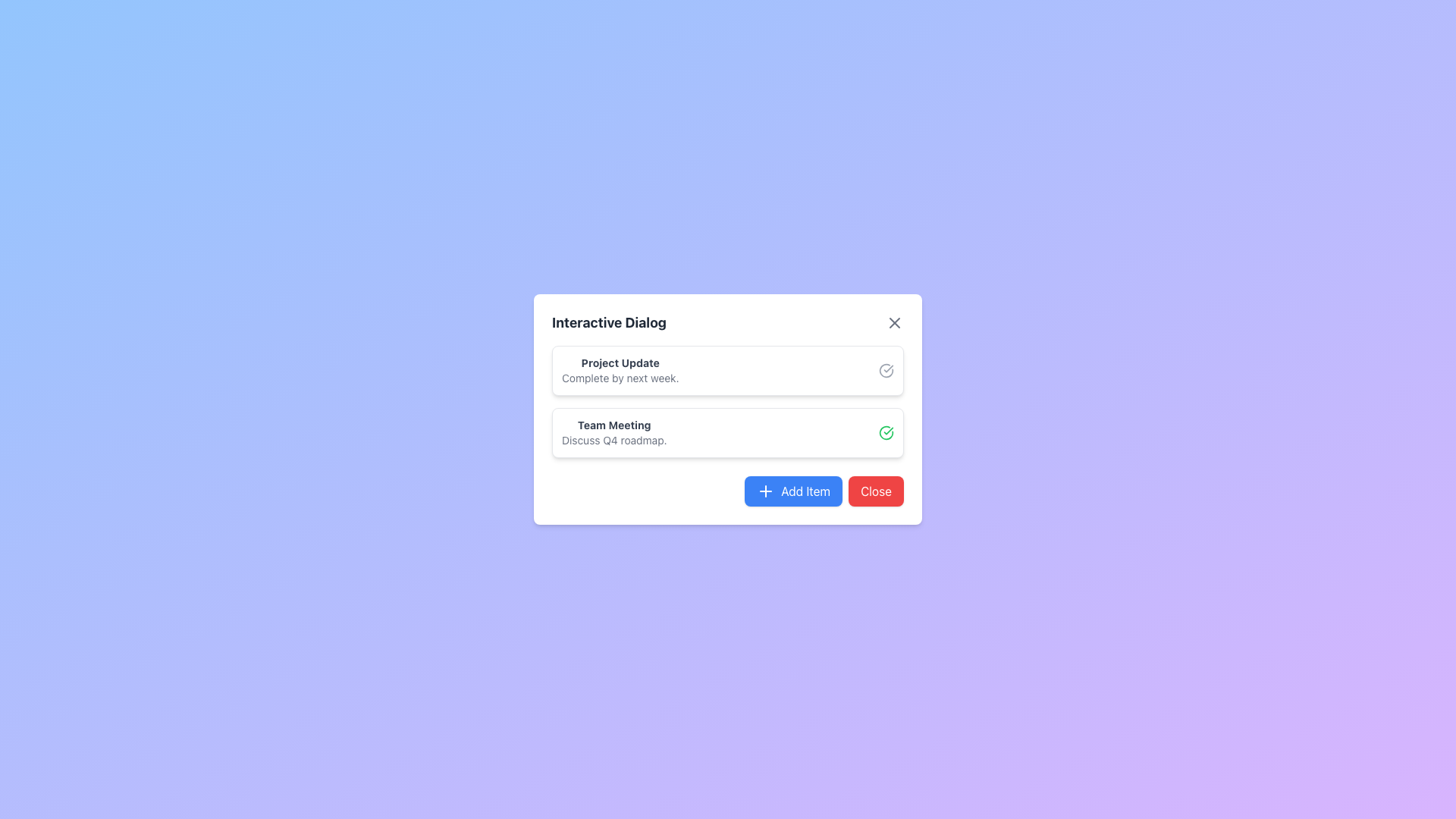  What do you see at coordinates (895, 322) in the screenshot?
I see `the red 'X' icon button located in the top right corner of the dialog box` at bounding box center [895, 322].